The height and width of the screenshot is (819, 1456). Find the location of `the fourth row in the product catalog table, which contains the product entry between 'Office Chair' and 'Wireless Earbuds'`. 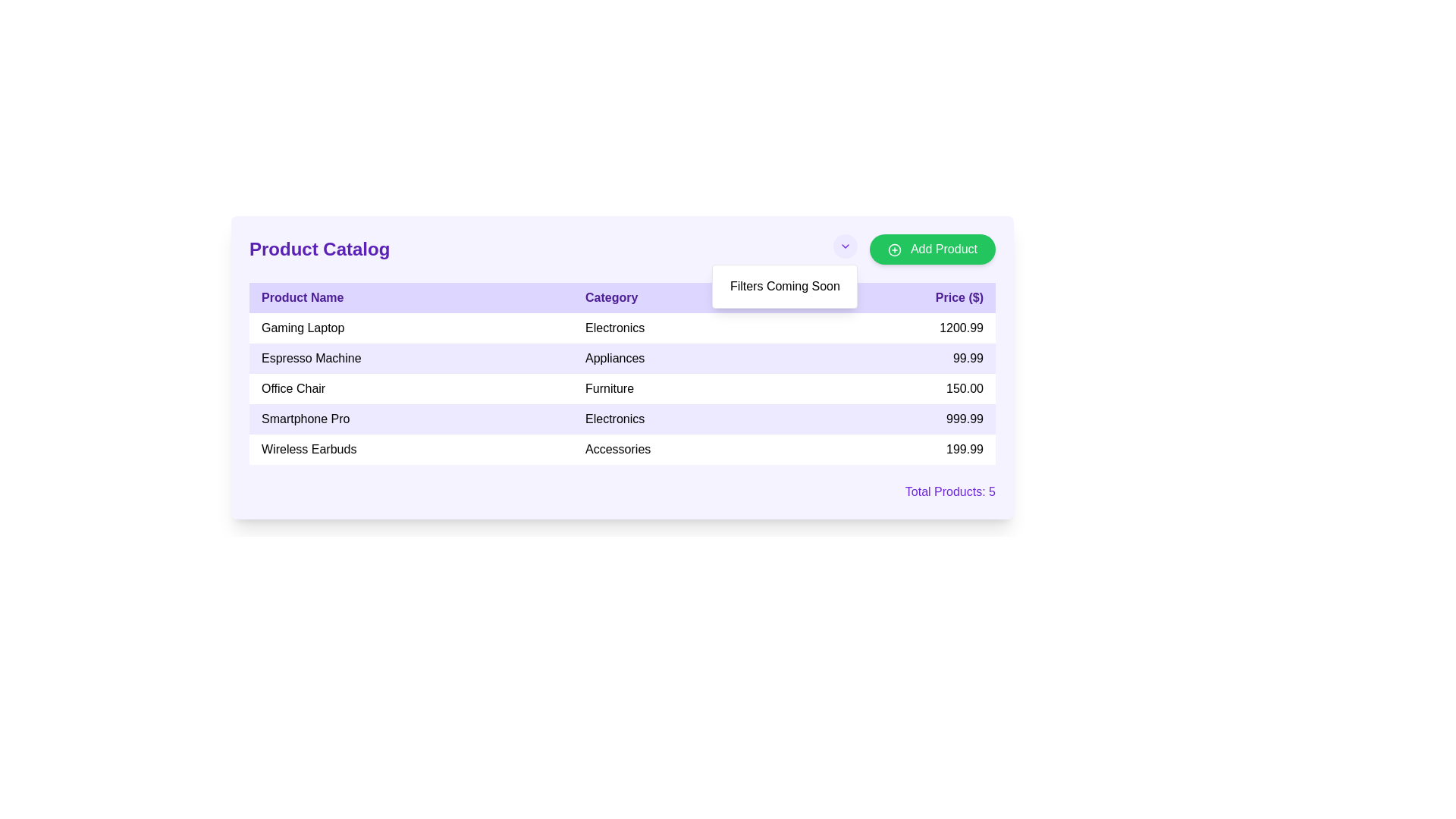

the fourth row in the product catalog table, which contains the product entry between 'Office Chair' and 'Wireless Earbuds' is located at coordinates (622, 419).